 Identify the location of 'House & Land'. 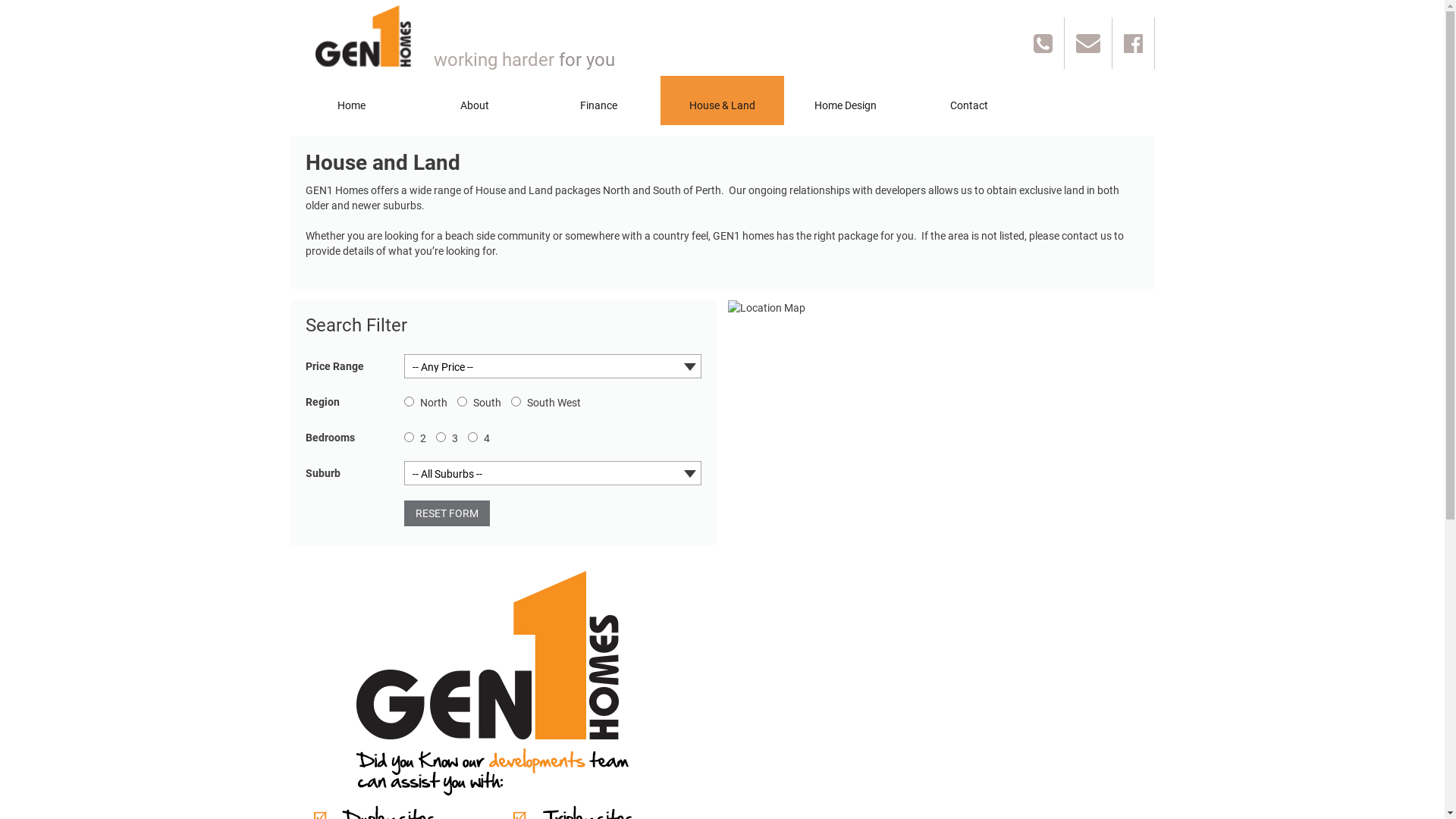
(659, 100).